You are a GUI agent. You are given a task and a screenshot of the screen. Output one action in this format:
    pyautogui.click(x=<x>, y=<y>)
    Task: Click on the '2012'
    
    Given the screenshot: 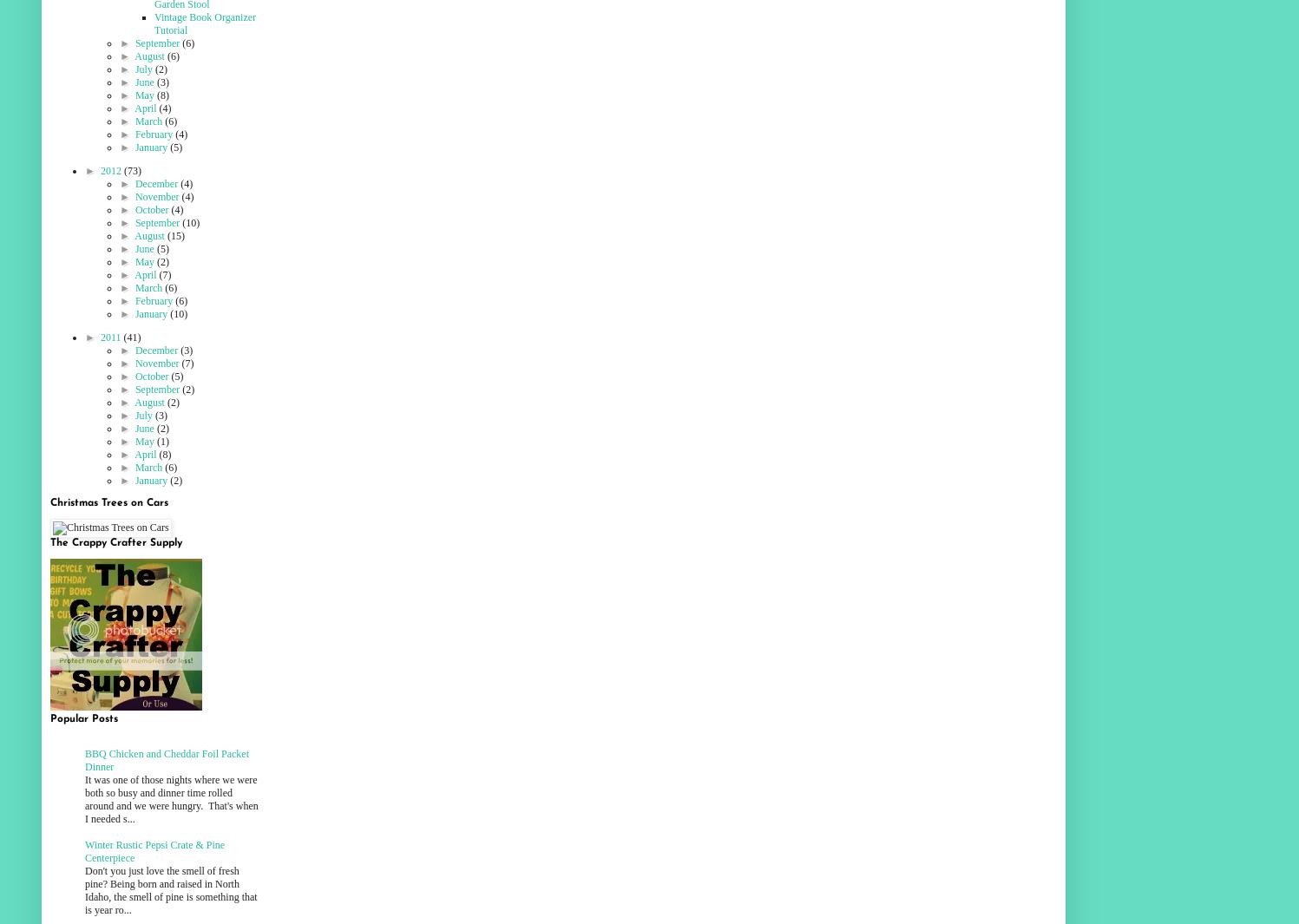 What is the action you would take?
    pyautogui.click(x=110, y=170)
    